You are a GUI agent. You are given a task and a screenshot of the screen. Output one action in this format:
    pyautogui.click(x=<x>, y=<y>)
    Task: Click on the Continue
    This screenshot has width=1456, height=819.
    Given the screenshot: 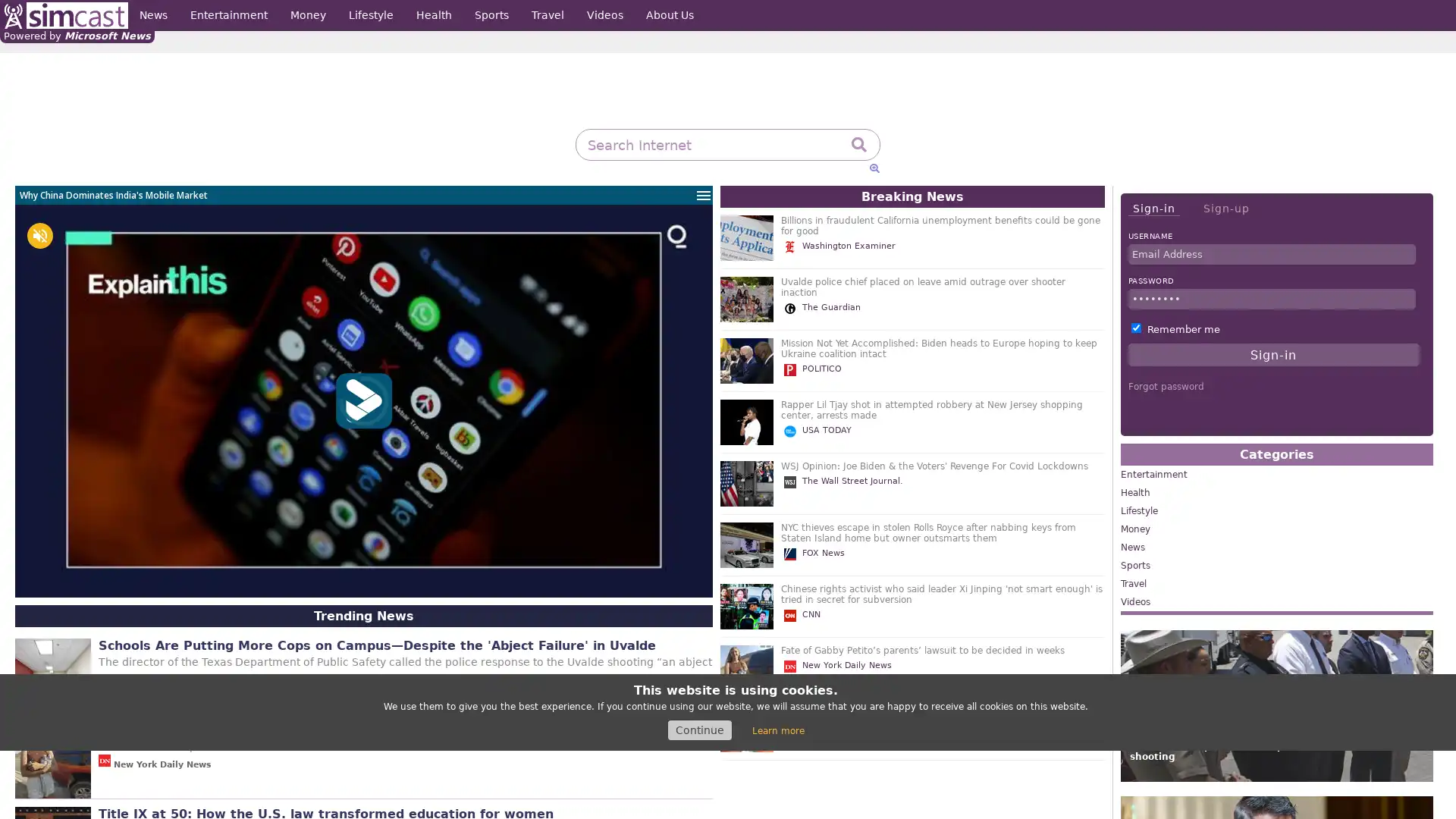 What is the action you would take?
    pyautogui.click(x=698, y=730)
    